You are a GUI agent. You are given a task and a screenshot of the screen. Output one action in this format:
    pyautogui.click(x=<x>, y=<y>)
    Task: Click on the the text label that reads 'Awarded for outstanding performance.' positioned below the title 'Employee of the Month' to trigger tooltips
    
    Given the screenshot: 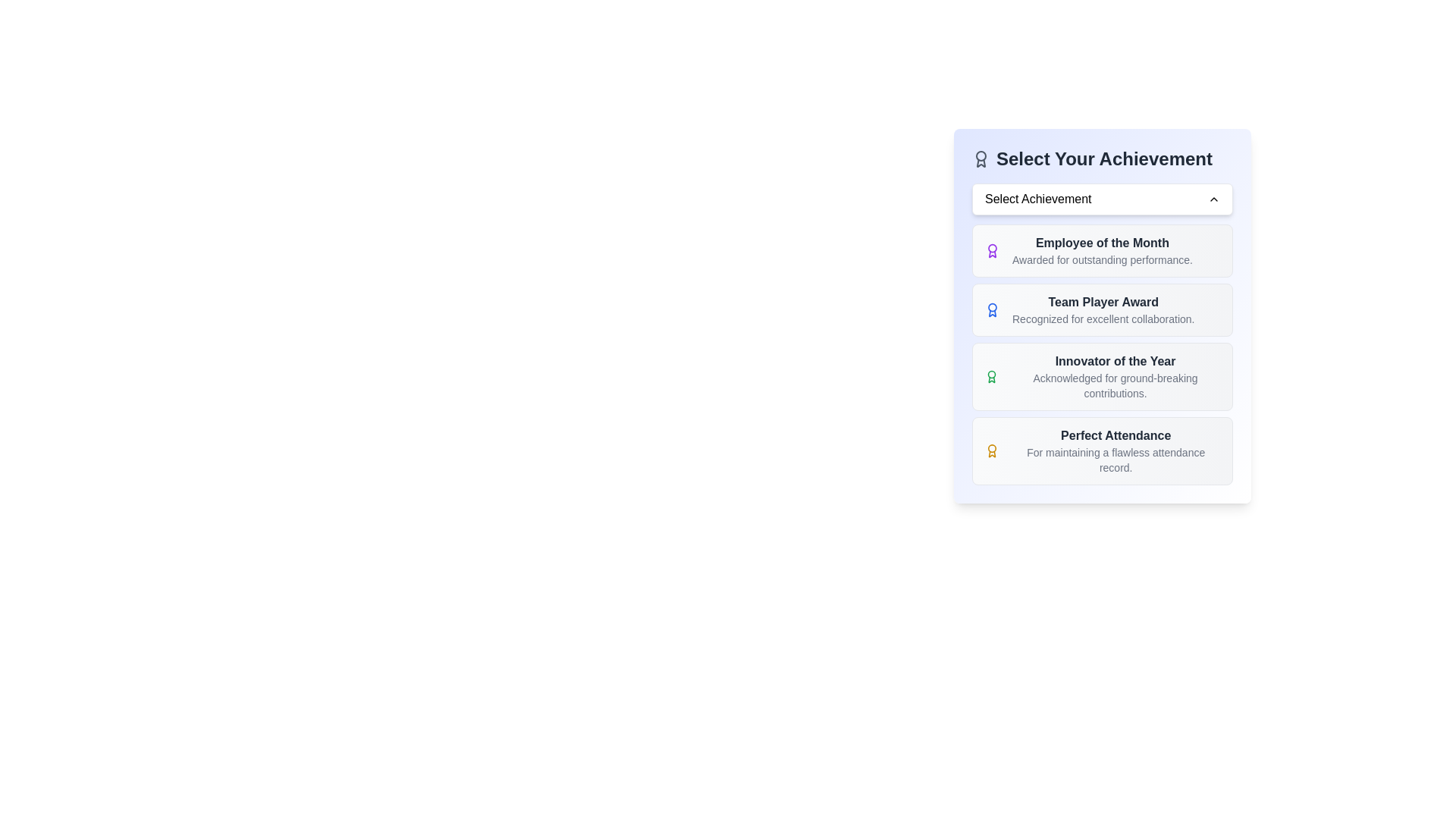 What is the action you would take?
    pyautogui.click(x=1103, y=259)
    